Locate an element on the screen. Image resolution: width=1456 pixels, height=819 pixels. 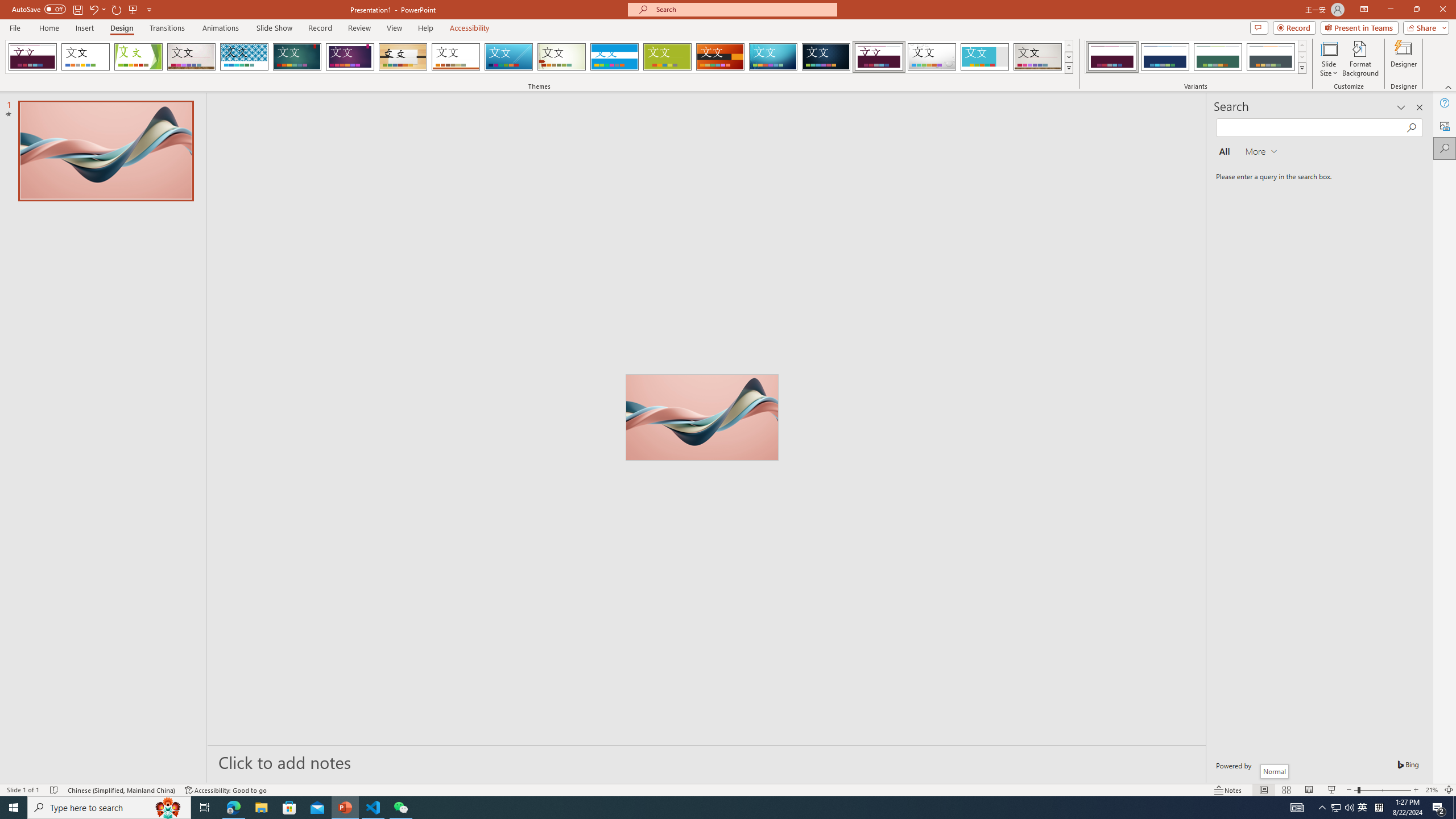
'Droplet' is located at coordinates (932, 56).